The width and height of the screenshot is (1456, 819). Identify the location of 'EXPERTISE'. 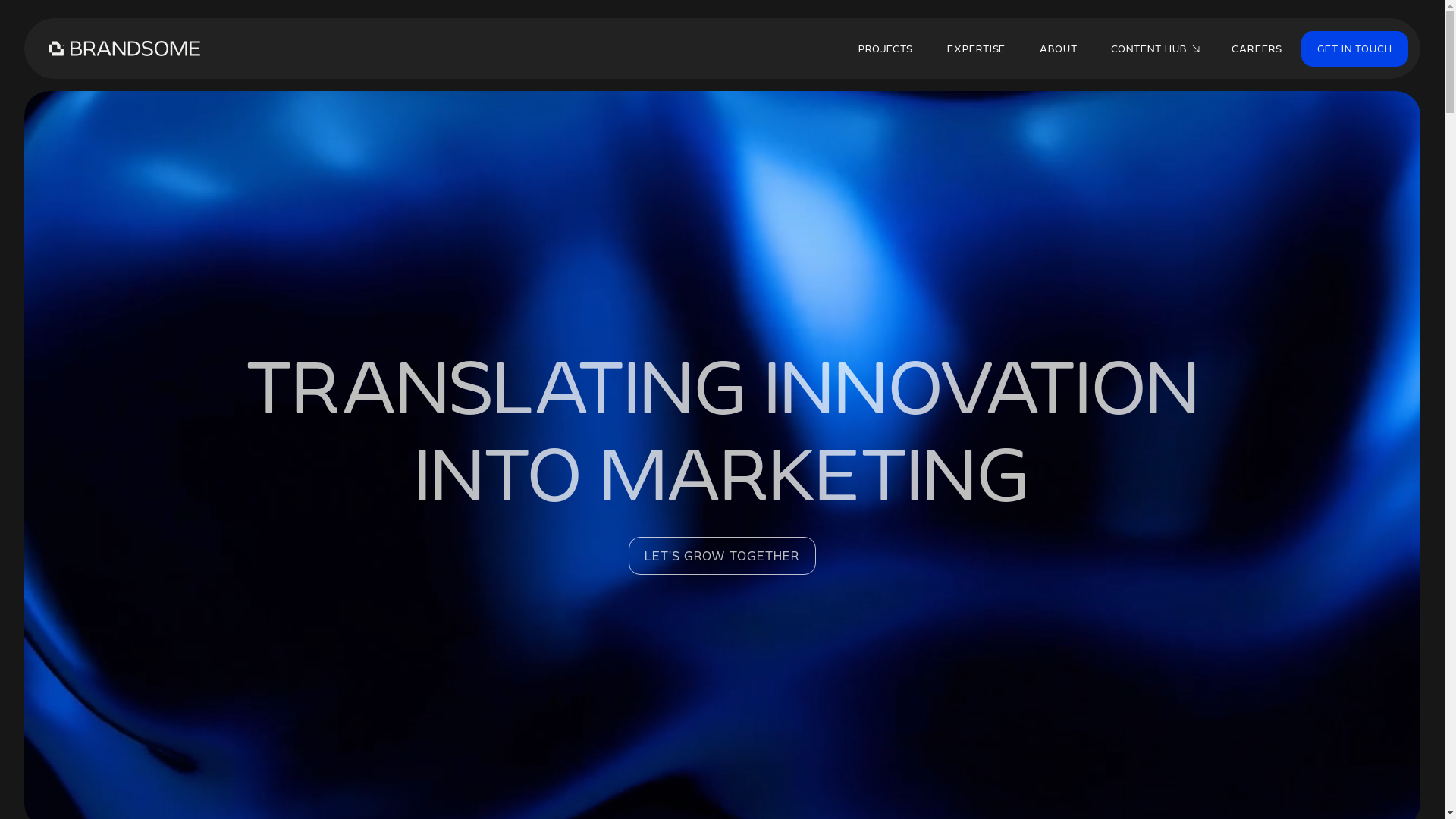
(976, 48).